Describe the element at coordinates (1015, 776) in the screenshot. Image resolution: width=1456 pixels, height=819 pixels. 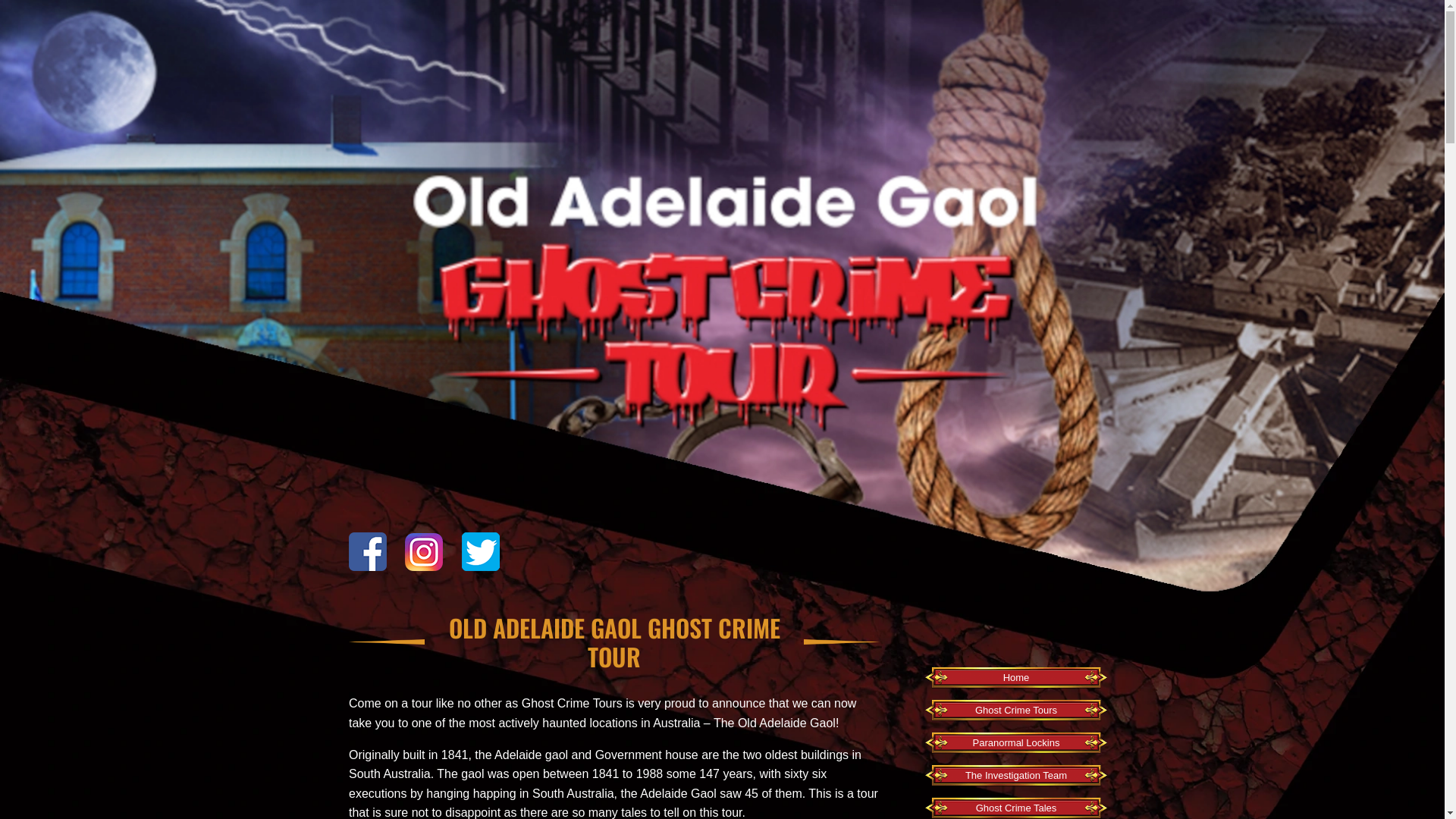
I see `'The Investigation Team'` at that location.